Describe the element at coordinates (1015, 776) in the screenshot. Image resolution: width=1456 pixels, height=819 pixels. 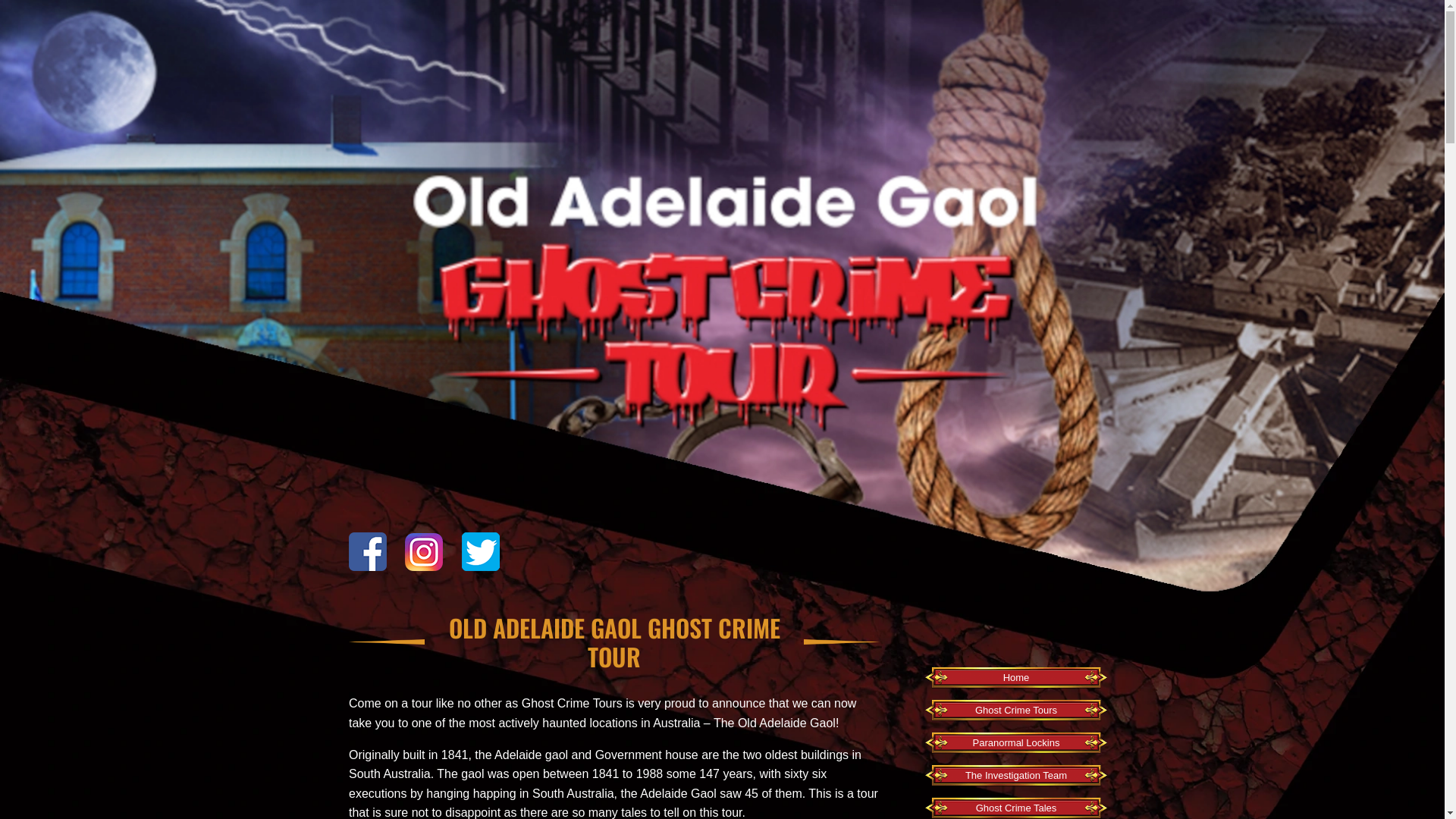
I see `'The Investigation Team'` at that location.